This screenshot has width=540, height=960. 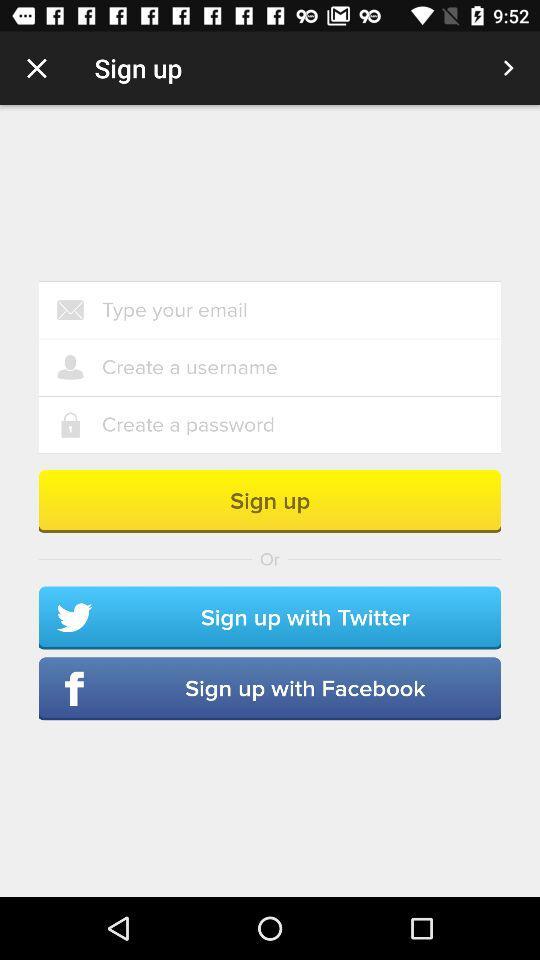 I want to click on icon next to the sign up icon, so click(x=36, y=68).